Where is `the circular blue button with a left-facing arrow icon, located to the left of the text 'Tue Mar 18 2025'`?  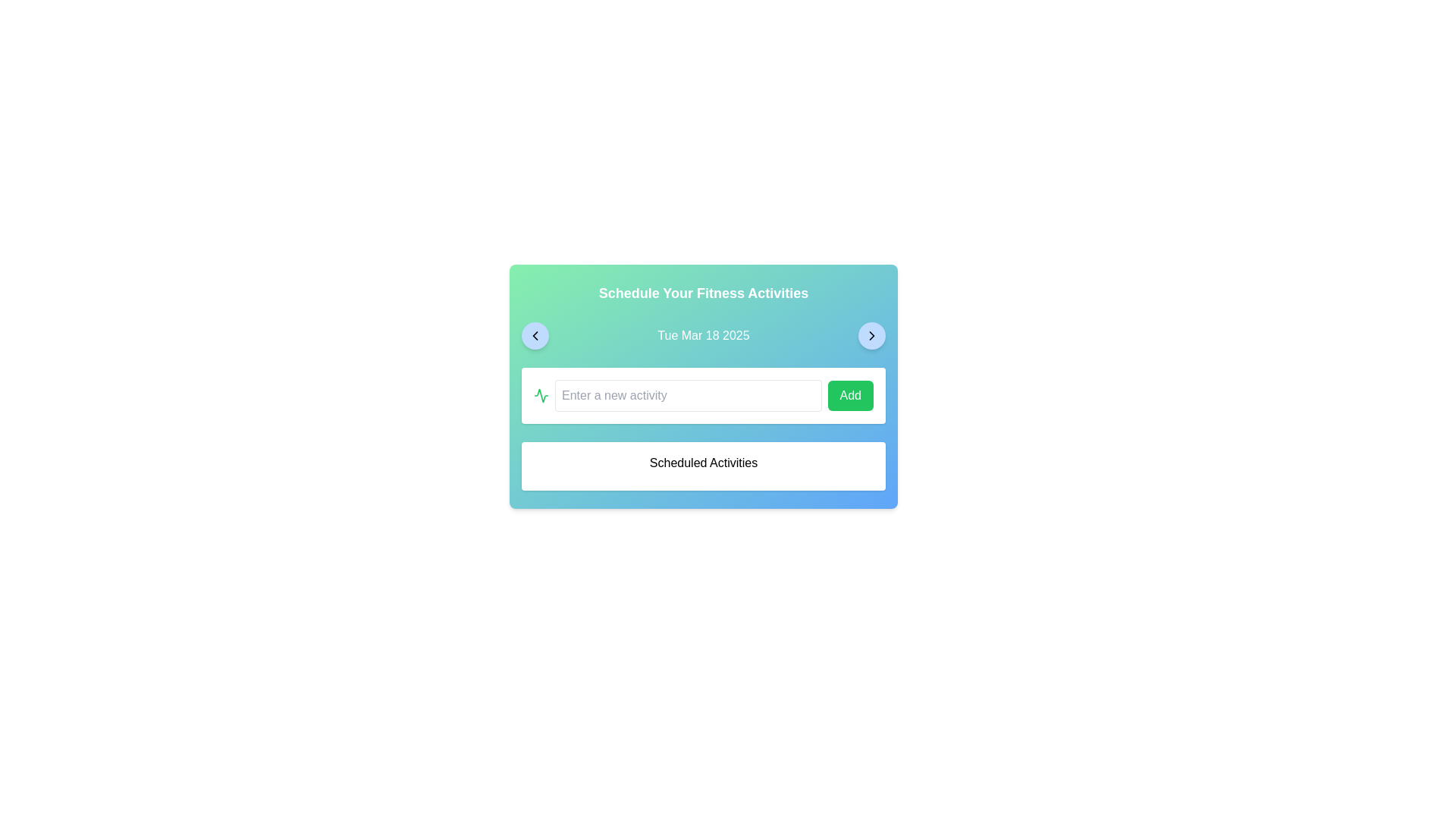
the circular blue button with a left-facing arrow icon, located to the left of the text 'Tue Mar 18 2025' is located at coordinates (535, 335).